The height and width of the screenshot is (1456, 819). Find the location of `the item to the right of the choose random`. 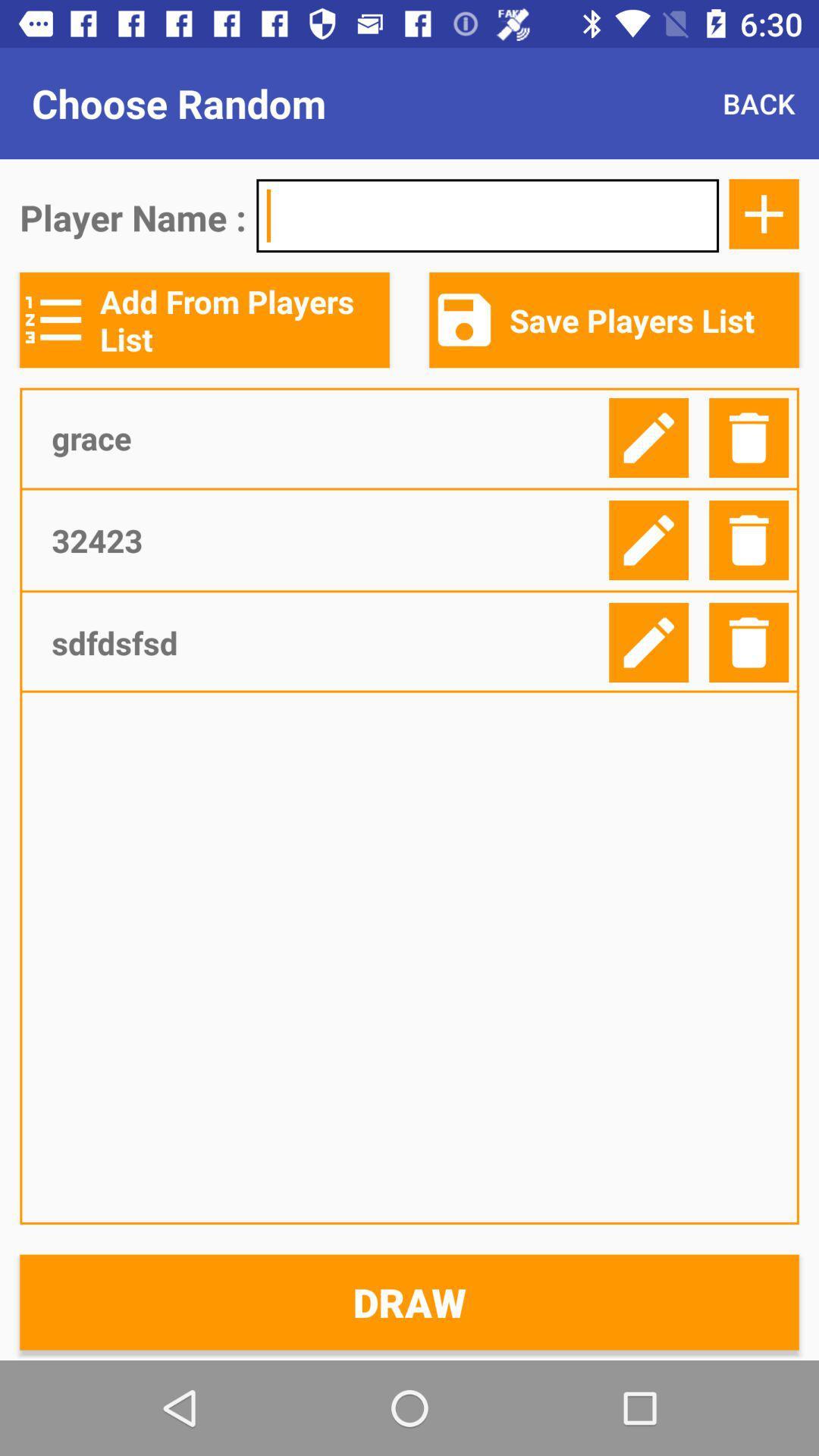

the item to the right of the choose random is located at coordinates (758, 102).